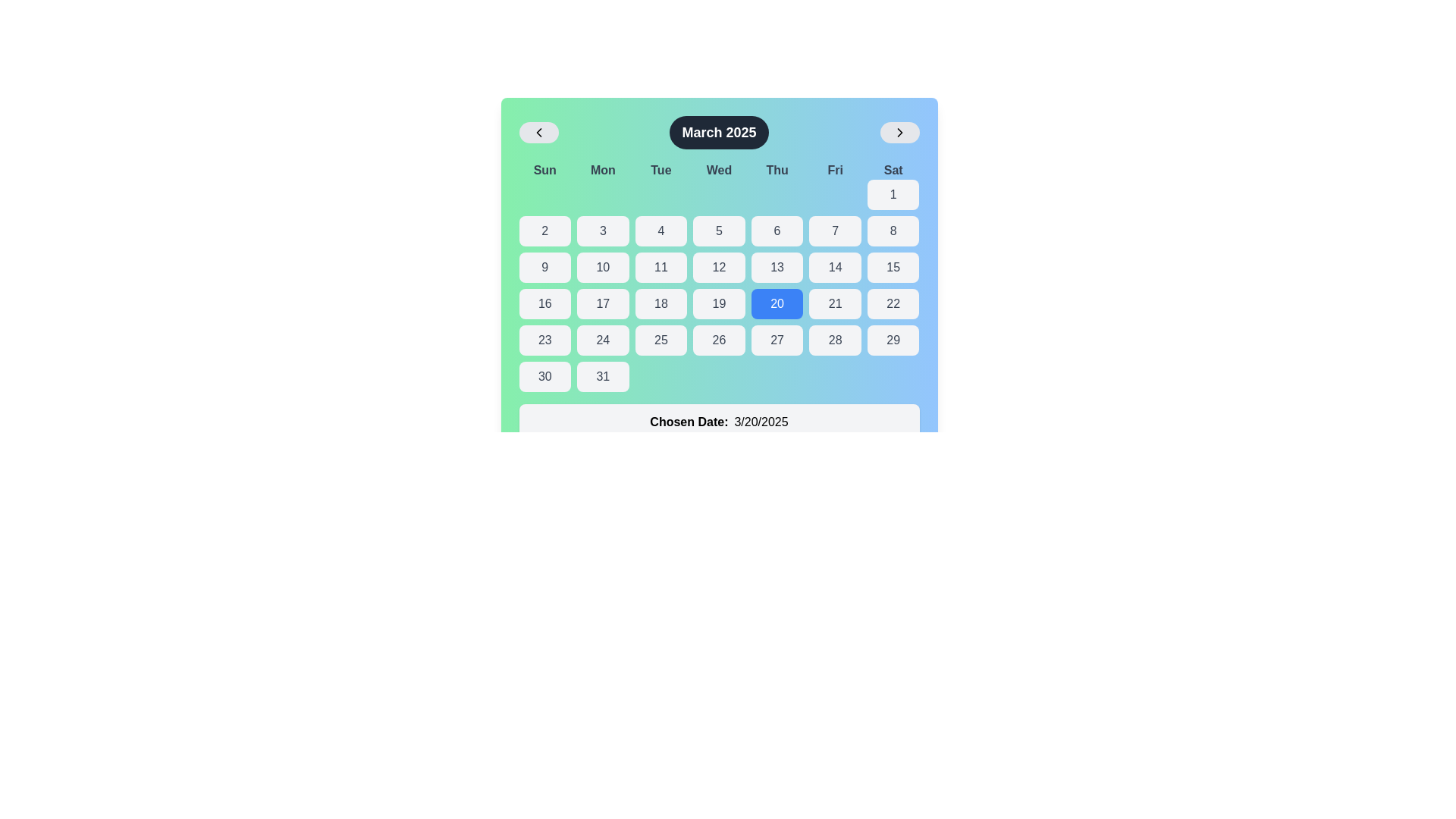 Image resolution: width=1456 pixels, height=819 pixels. What do you see at coordinates (893, 170) in the screenshot?
I see `the 'Saturday' text label, which is the last element in a grid of day labels indicating the day of the week` at bounding box center [893, 170].